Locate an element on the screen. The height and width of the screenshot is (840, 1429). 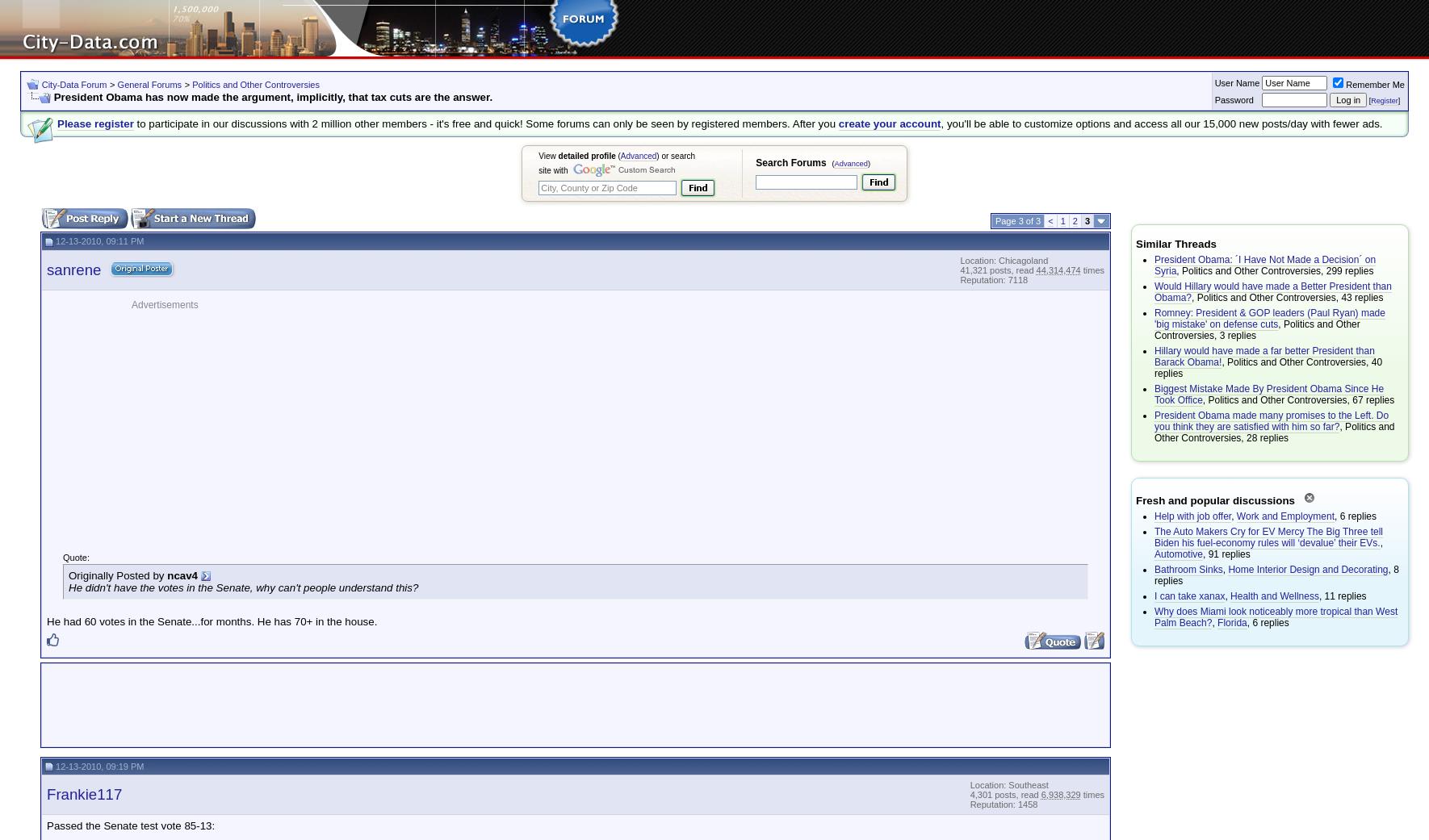
', you'll be able to customize options and access all our 15,000 new posts/day with fewer ads.' is located at coordinates (1161, 123).